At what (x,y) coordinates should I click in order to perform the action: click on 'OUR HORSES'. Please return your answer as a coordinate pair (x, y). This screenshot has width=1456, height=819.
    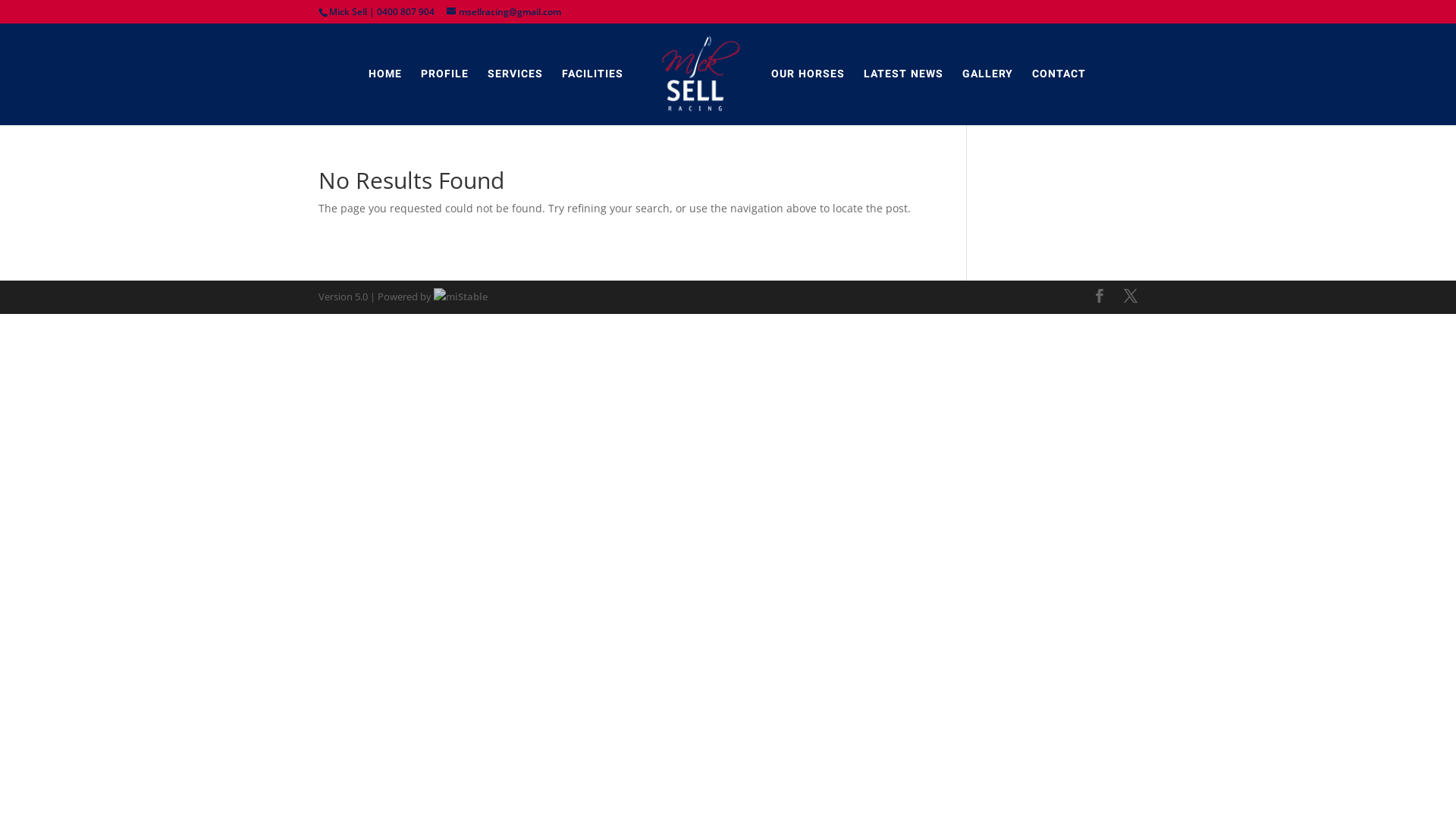
    Looking at the image, I should click on (807, 74).